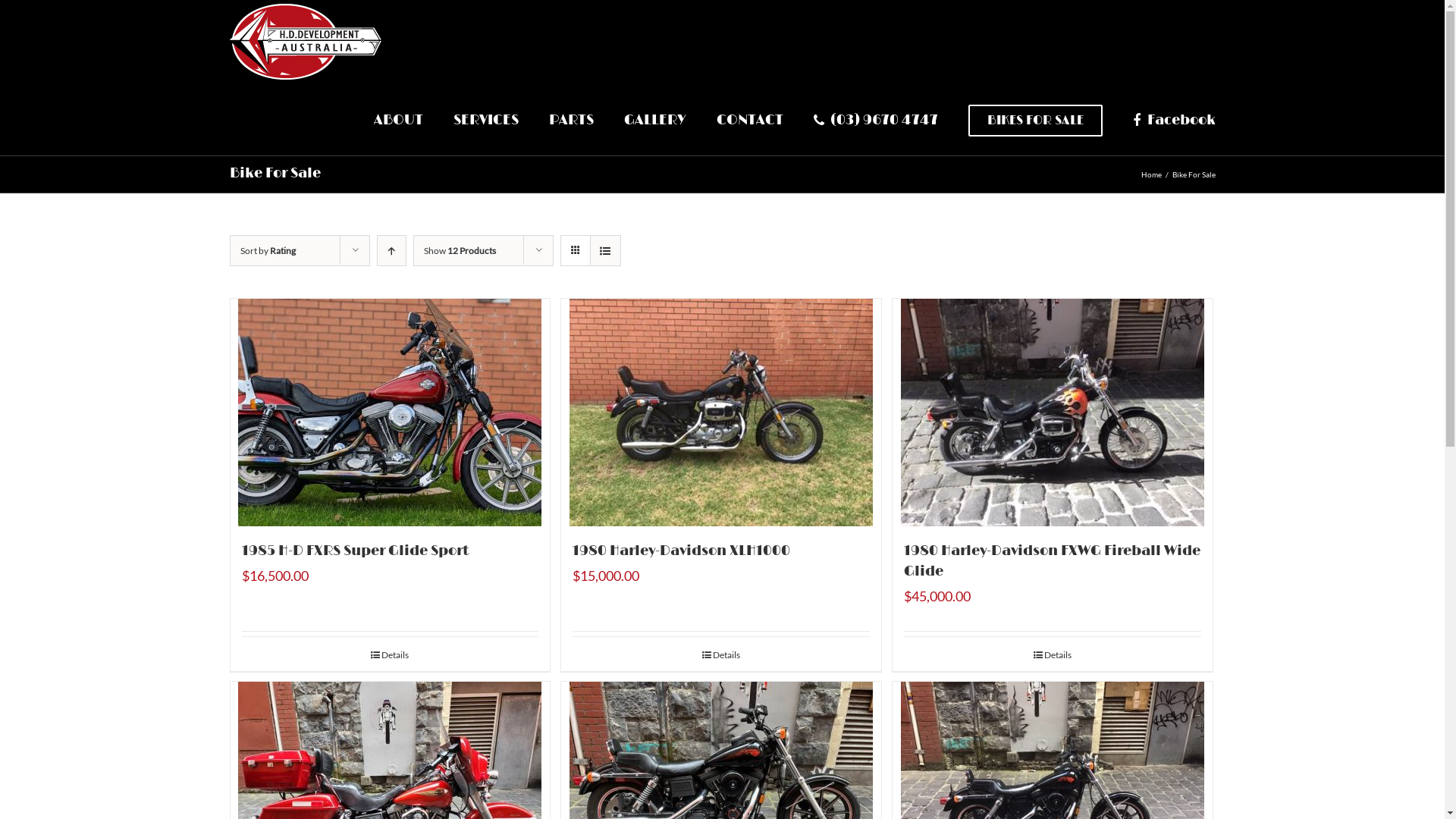 The image size is (1456, 819). I want to click on 'Sort by Rating', so click(267, 249).